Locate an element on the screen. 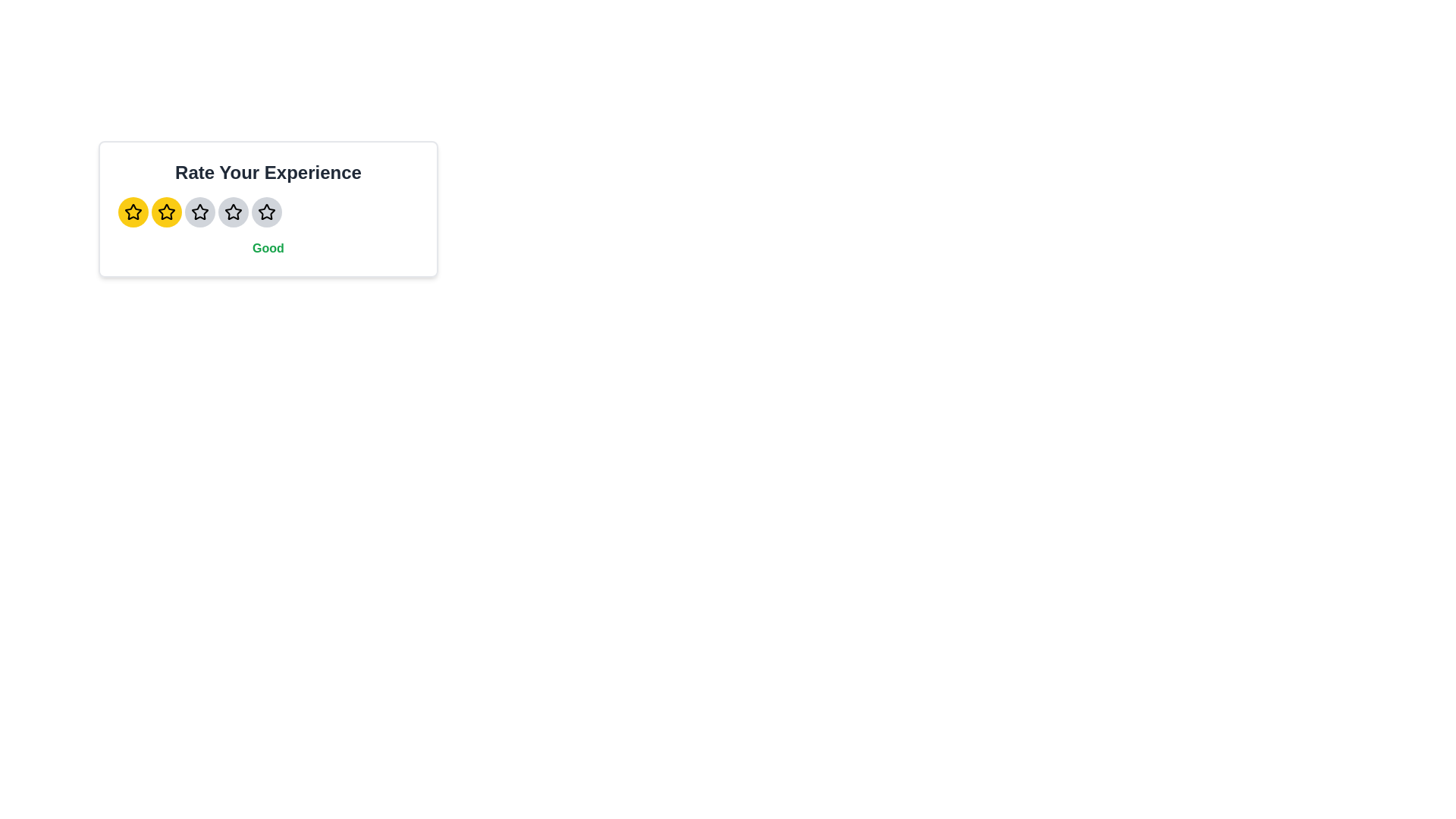 This screenshot has height=819, width=1456. the fourth star icon with a black border and transparent interior in the rating component is located at coordinates (266, 212).